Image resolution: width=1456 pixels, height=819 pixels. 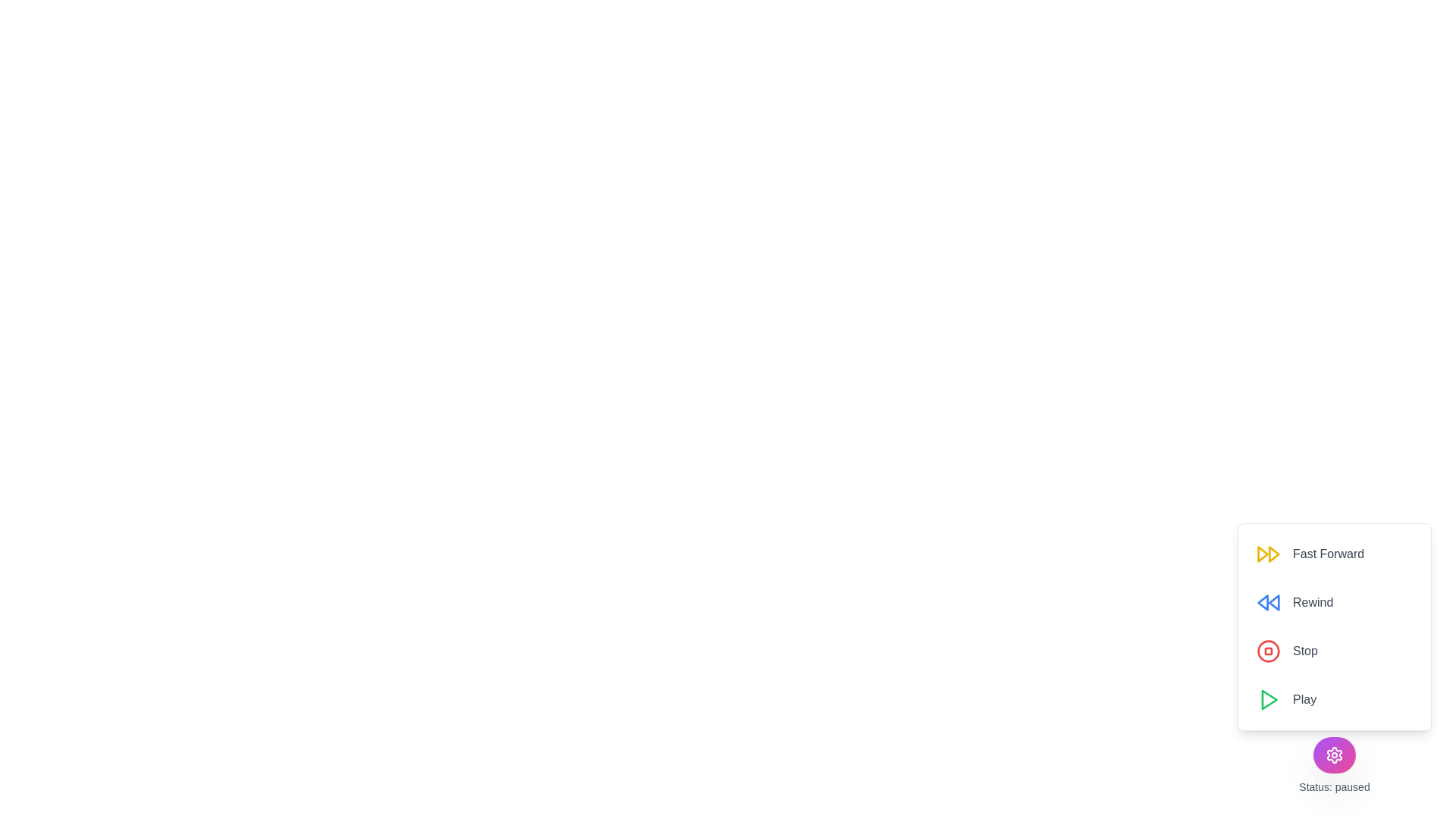 I want to click on the 'Stop' button to set the status to 'stopped', so click(x=1286, y=651).